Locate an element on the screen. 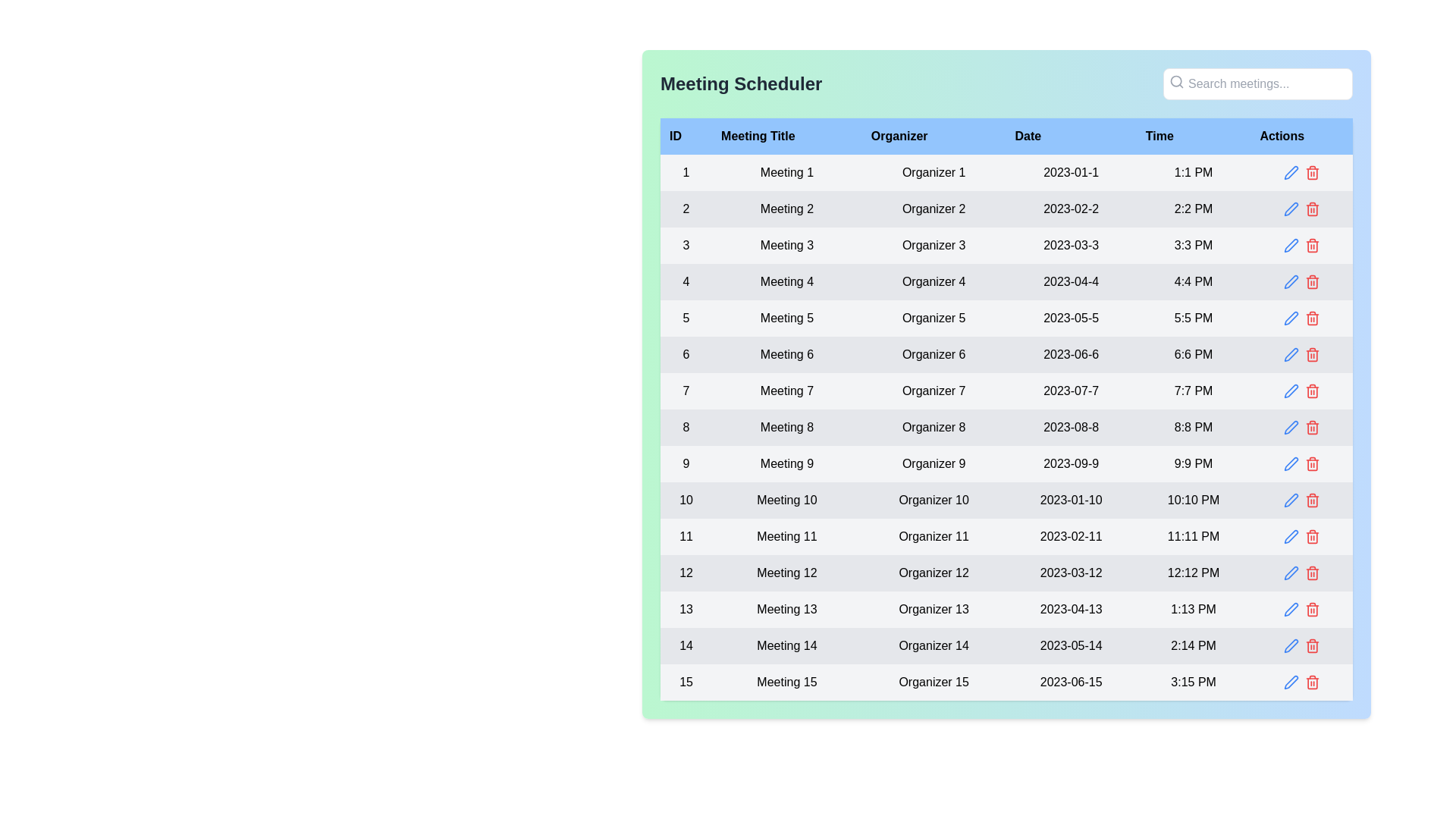  the red trash can icon in the 'Actions' column of the table aligned with the 15th row is located at coordinates (1301, 681).